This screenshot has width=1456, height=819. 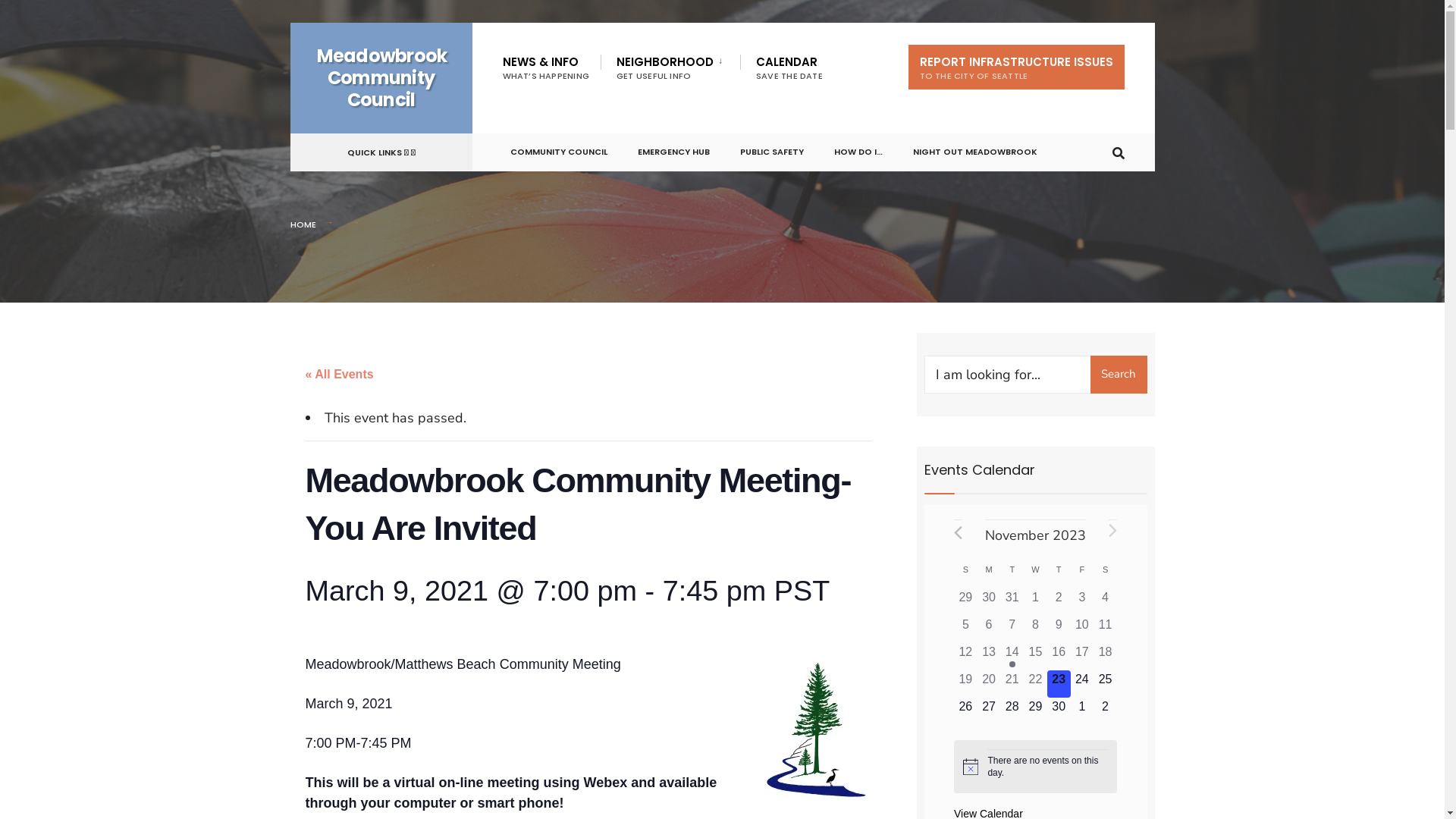 What do you see at coordinates (989, 711) in the screenshot?
I see `'0 events,` at bounding box center [989, 711].